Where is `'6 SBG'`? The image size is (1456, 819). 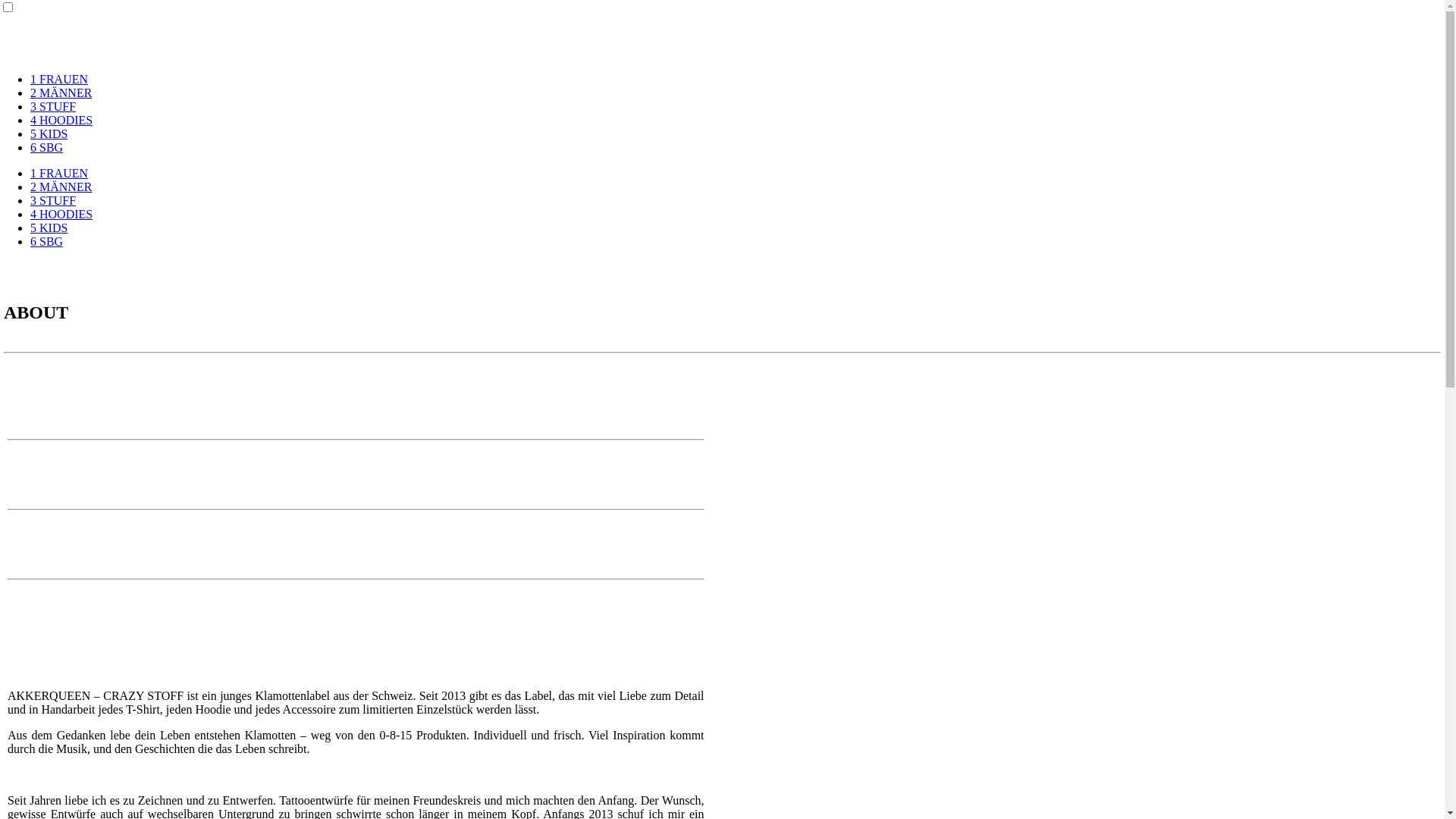
'6 SBG' is located at coordinates (30, 147).